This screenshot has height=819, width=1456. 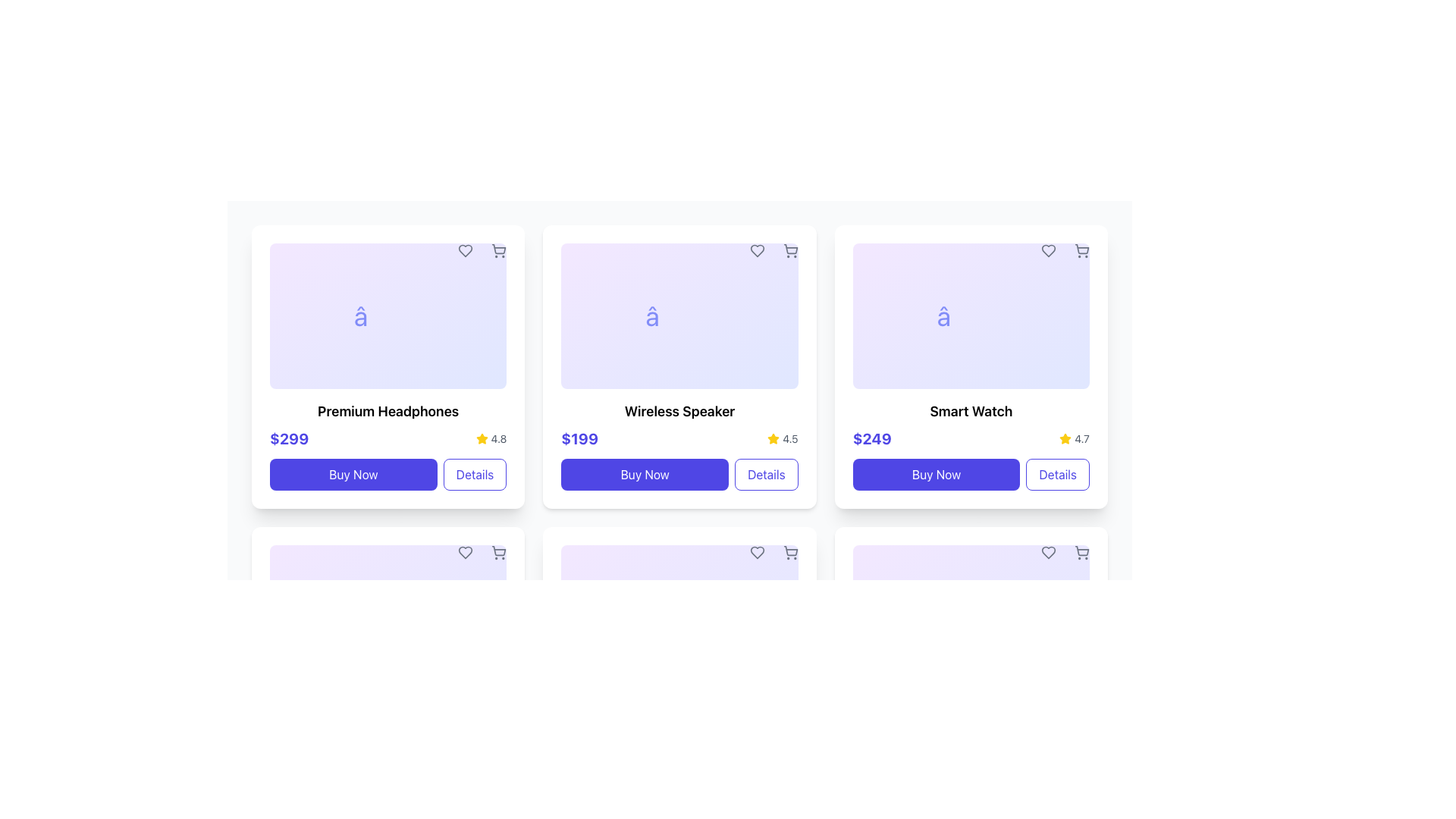 I want to click on the 'Details' button located at the bottom right corner of the 'Smart Watch' card to observe interactive styling changes, so click(x=1057, y=473).